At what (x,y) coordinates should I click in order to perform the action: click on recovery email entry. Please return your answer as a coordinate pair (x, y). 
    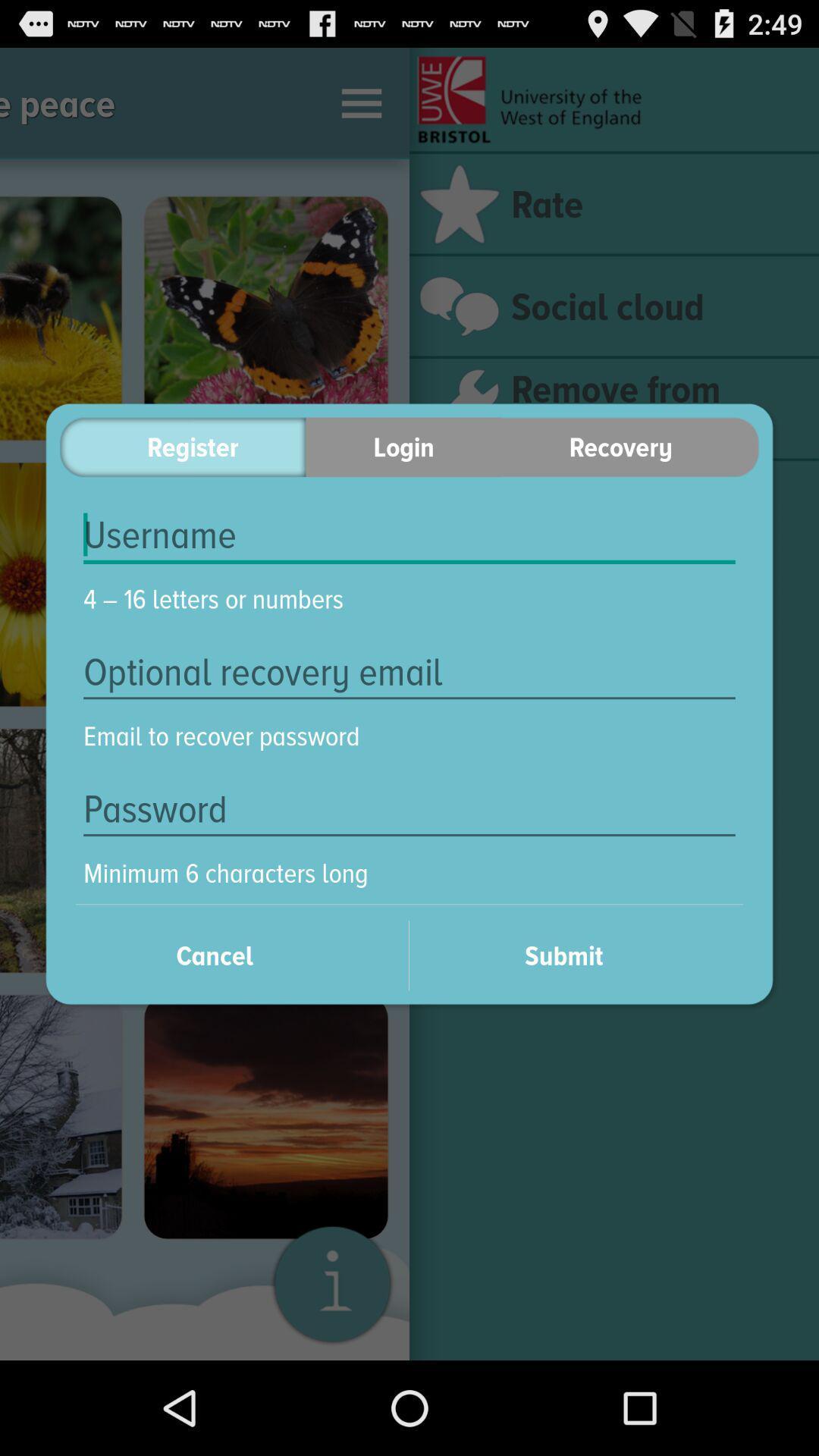
    Looking at the image, I should click on (409, 671).